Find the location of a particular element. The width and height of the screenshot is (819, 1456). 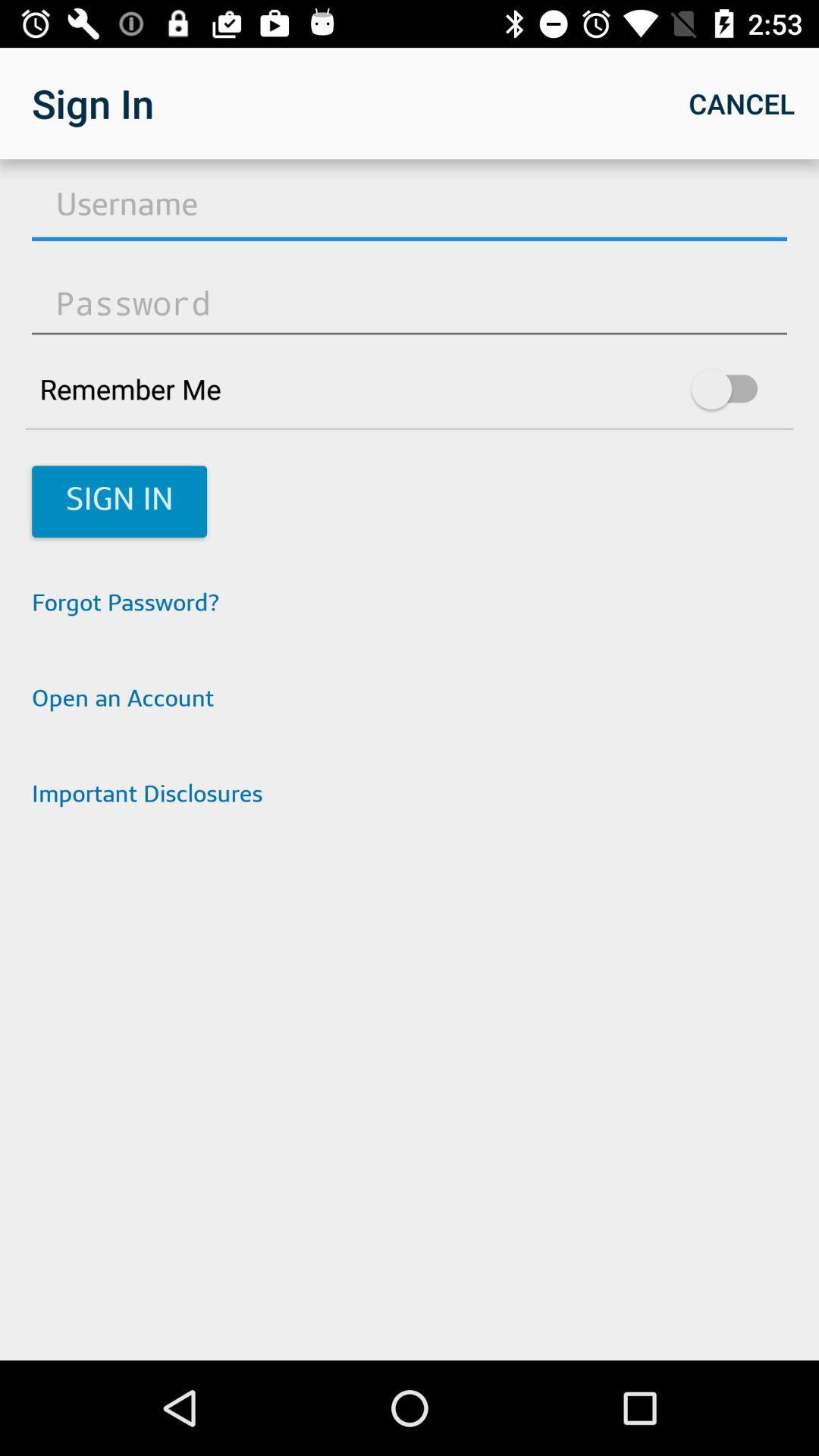

important disclosures app is located at coordinates (409, 795).